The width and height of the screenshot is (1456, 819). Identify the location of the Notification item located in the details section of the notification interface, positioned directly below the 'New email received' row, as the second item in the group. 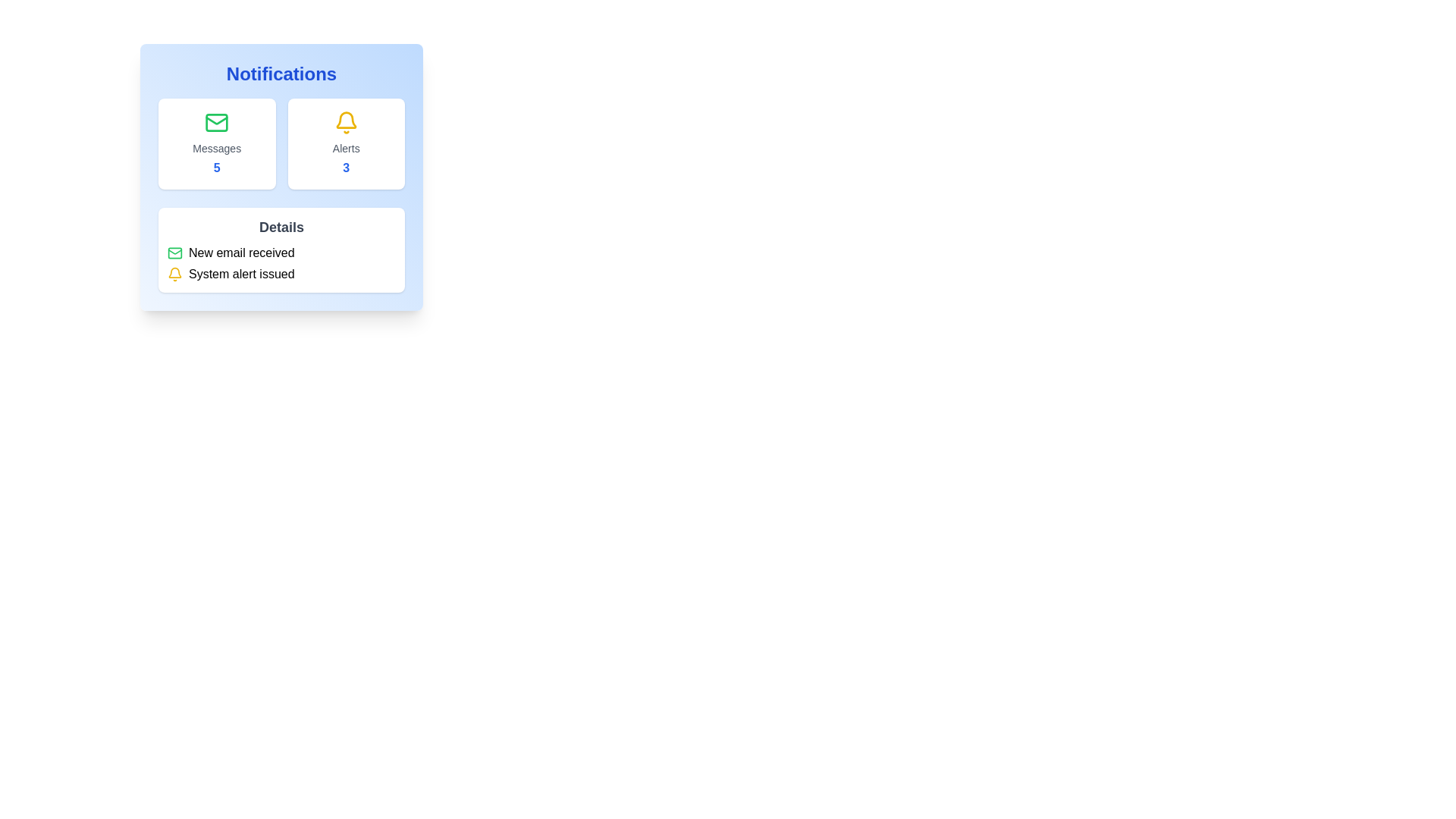
(281, 275).